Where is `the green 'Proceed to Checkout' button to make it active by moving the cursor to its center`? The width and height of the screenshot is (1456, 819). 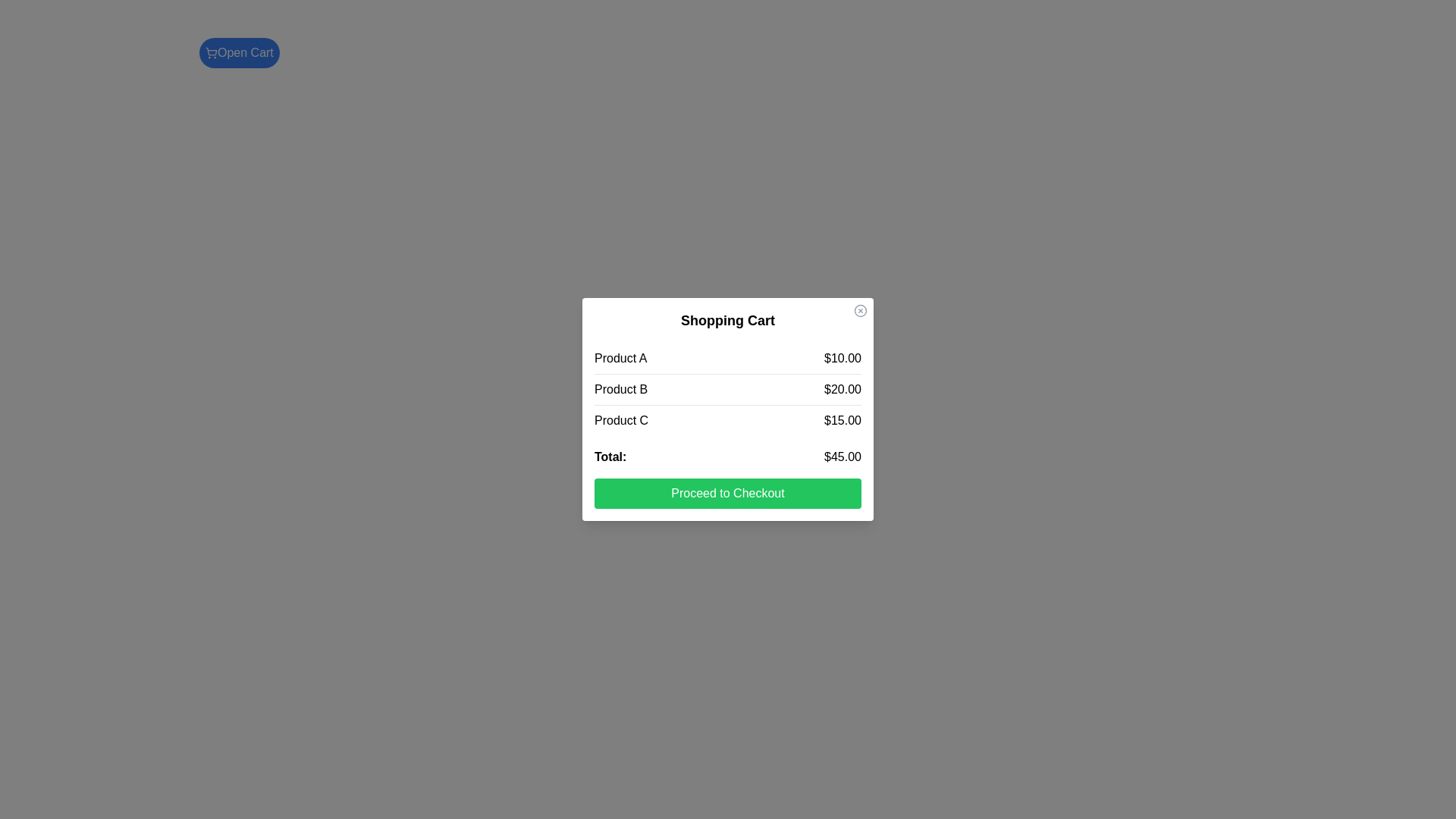
the green 'Proceed to Checkout' button to make it active by moving the cursor to its center is located at coordinates (728, 494).